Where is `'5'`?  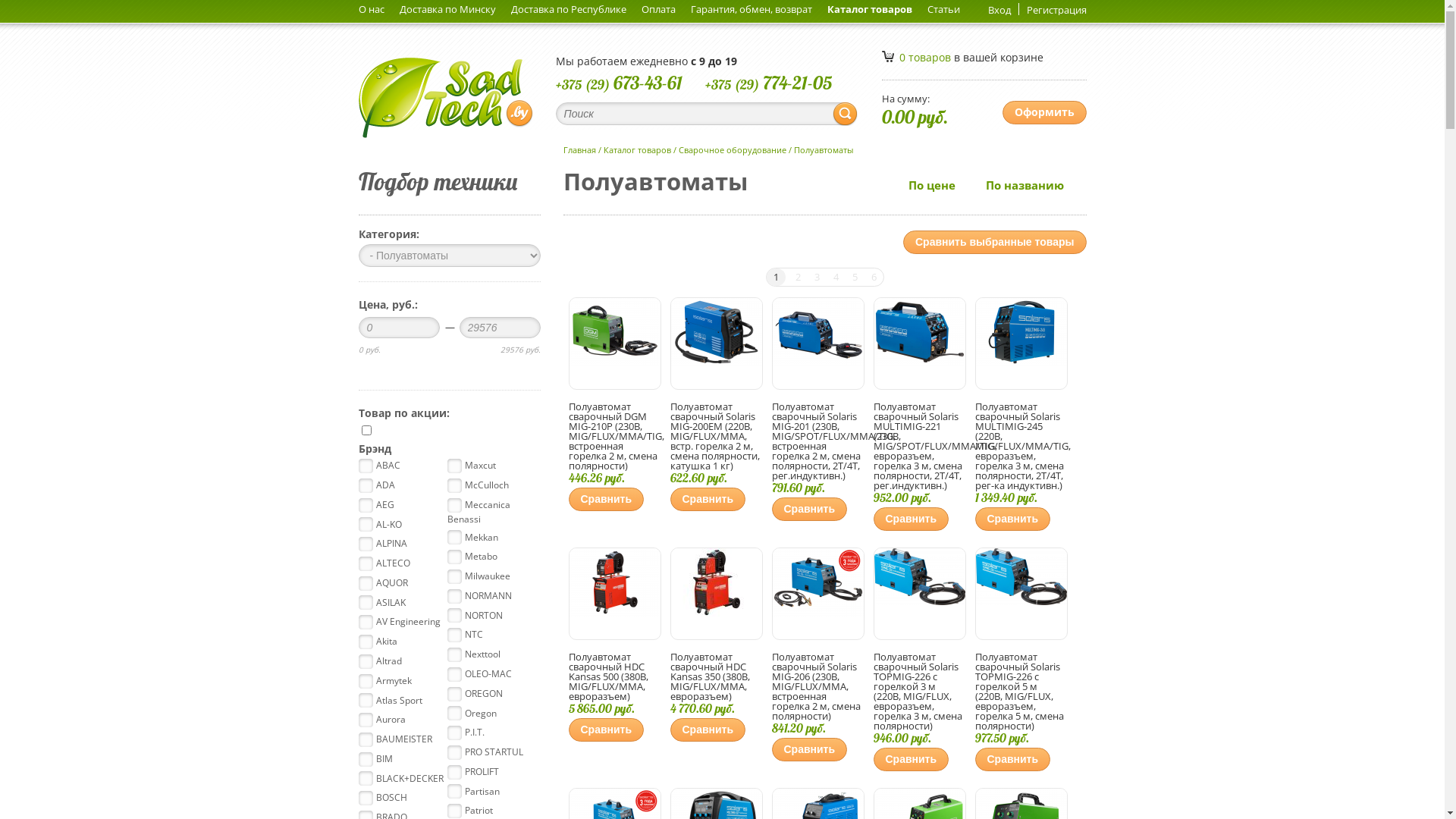 '5' is located at coordinates (854, 277).